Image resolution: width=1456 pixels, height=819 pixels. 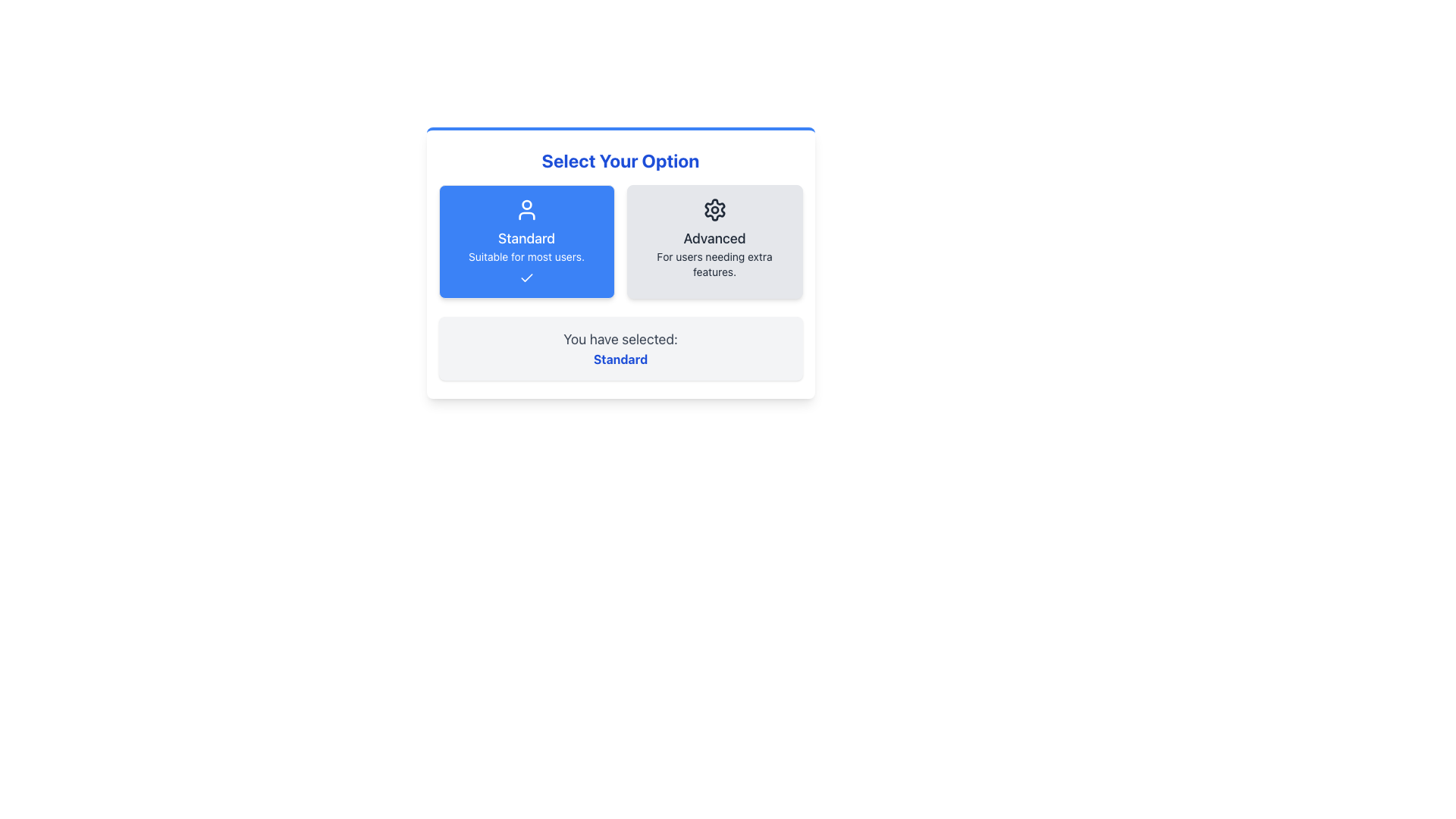 I want to click on the bold, centered text label displaying 'Select Your Option' that is styled in a large, blue font, located at the top center of the dialog box, so click(x=620, y=161).